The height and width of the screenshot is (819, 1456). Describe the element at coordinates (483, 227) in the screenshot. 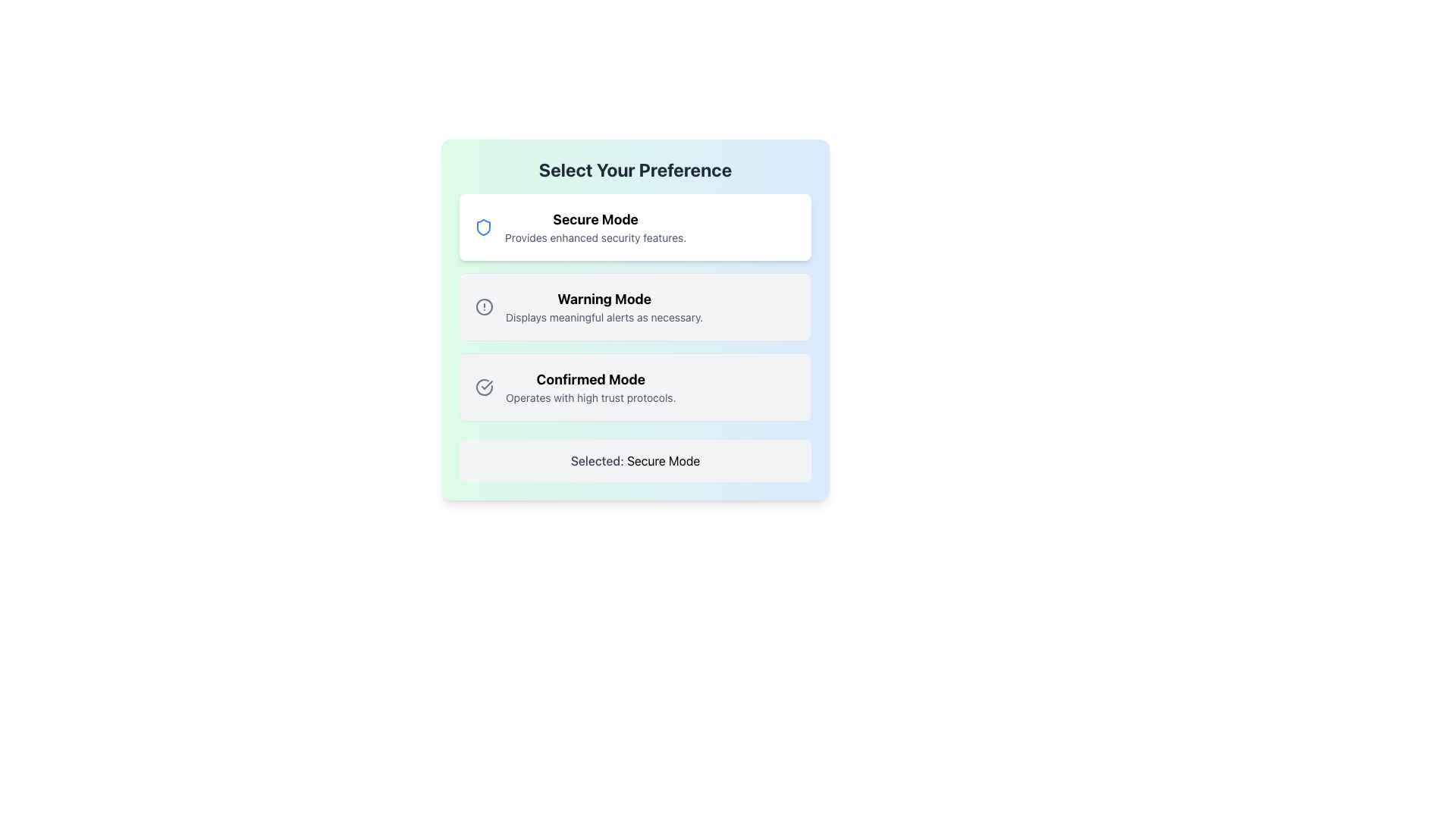

I see `the shield icon located to the left of the 'Secure Mode' text label in the preference selection interface, which visually represents security or protection` at that location.